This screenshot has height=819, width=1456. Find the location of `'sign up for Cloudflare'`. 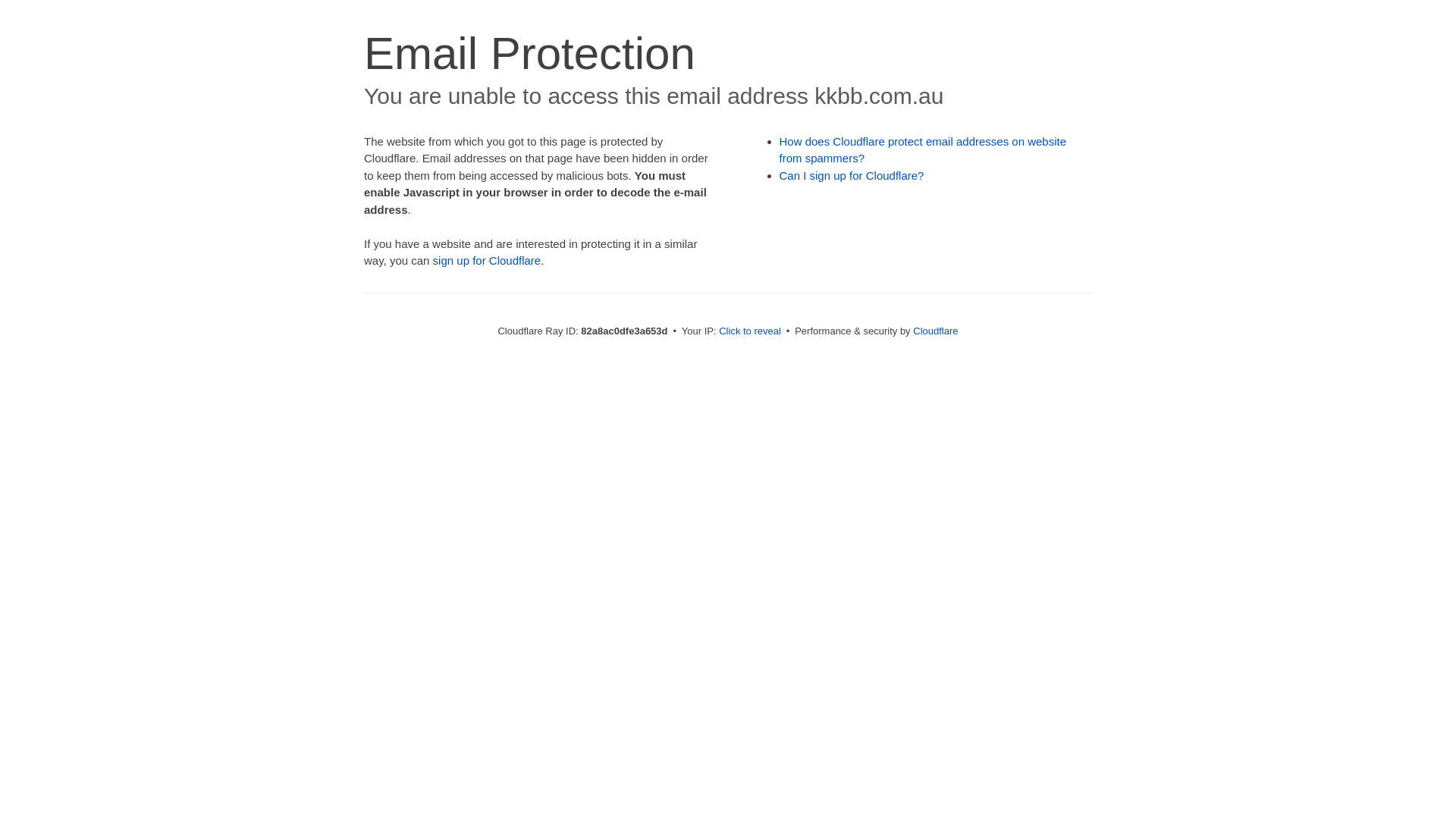

'sign up for Cloudflare' is located at coordinates (432, 259).